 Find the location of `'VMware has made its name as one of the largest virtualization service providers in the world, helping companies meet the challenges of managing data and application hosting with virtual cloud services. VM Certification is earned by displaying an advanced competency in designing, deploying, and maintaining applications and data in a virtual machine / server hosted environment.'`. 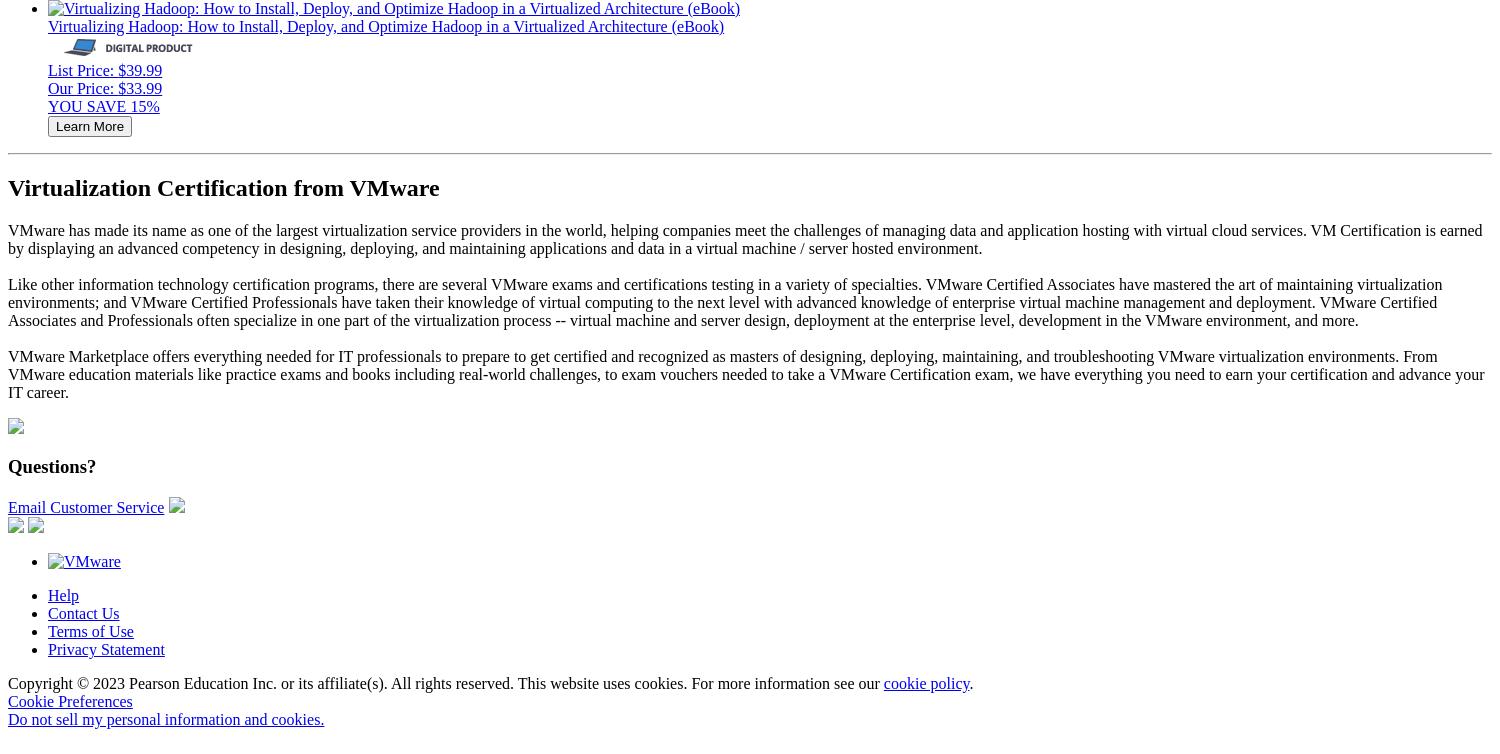

'VMware has made its name as one of the largest virtualization service providers in the world, helping companies meet the challenges of managing data and application hosting with virtual cloud services. VM Certification is earned by displaying an advanced competency in designing, deploying, and maintaining applications and data in a virtual machine / server hosted environment.' is located at coordinates (744, 237).